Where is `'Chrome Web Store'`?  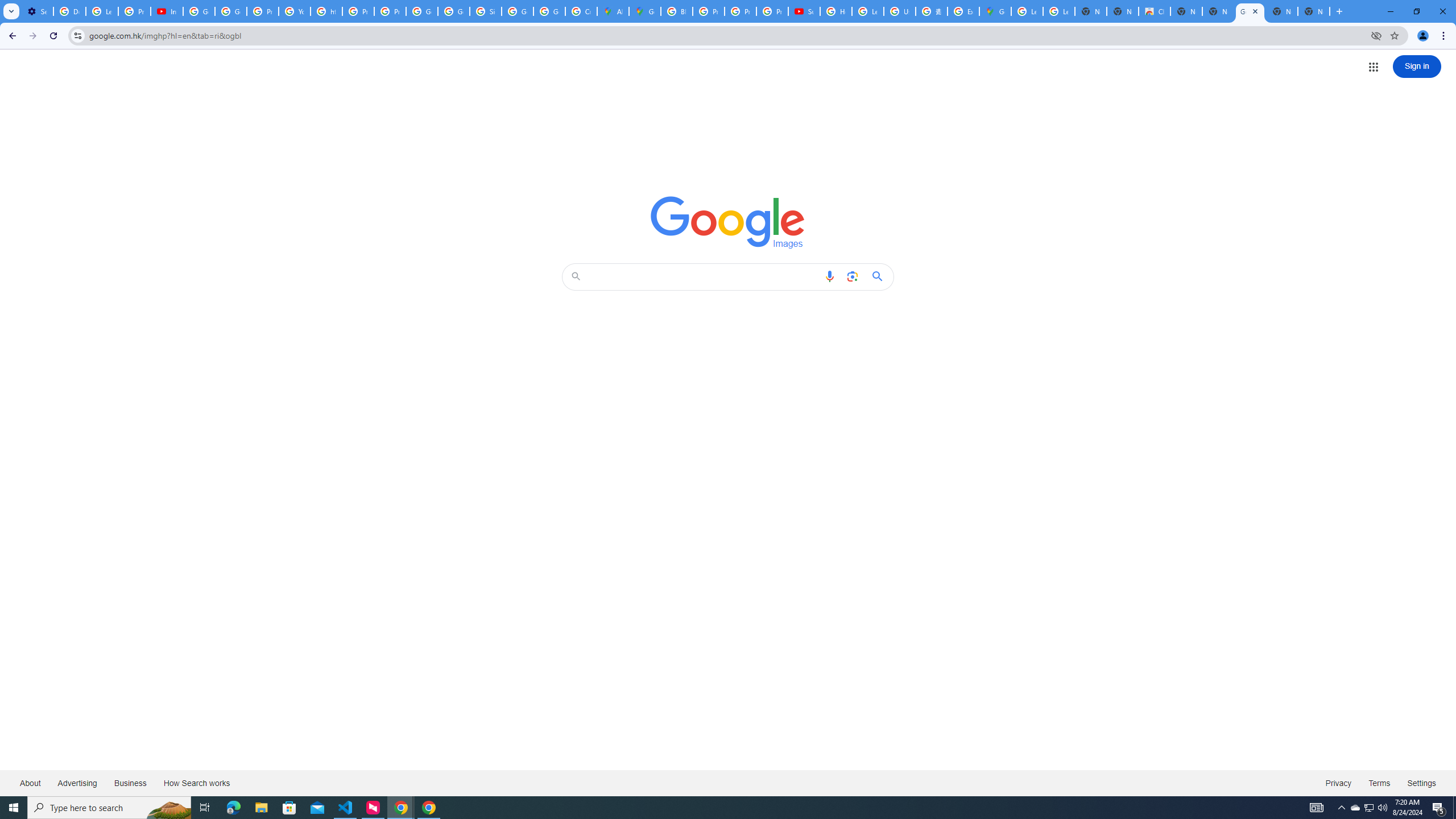 'Chrome Web Store' is located at coordinates (1155, 11).